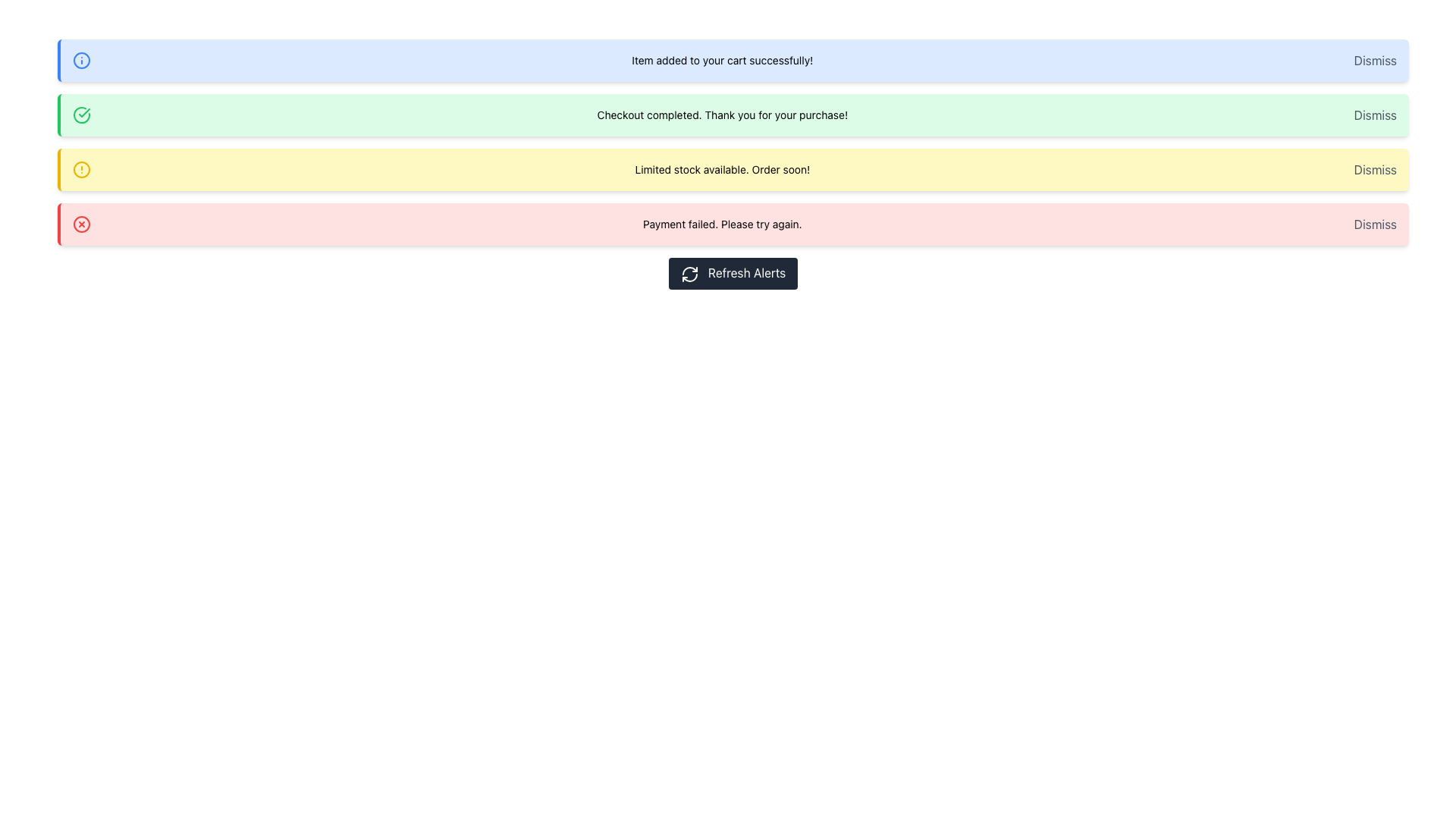 The width and height of the screenshot is (1456, 819). I want to click on the alert message text indicating limited stock availability, which is located in the third row of alert messages, positioned centrally between a warning icon and a 'Dismiss' link, so click(721, 169).